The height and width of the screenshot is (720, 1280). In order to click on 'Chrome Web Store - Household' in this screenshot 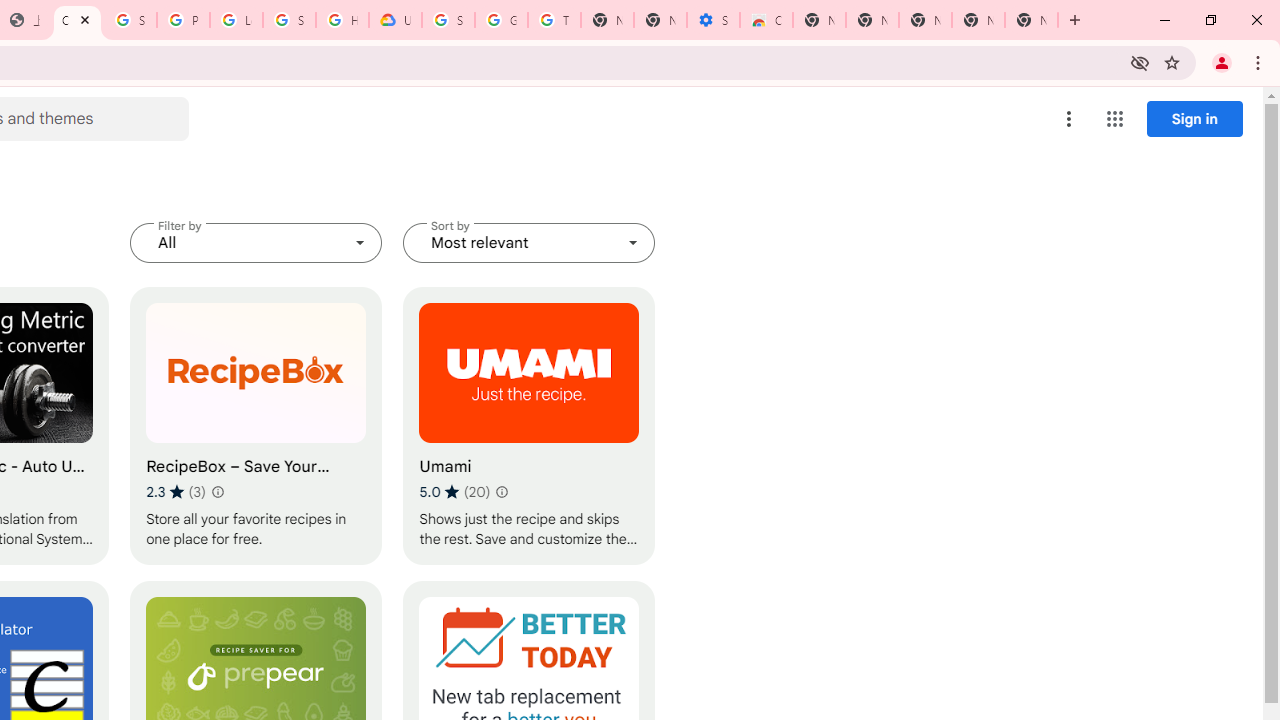, I will do `click(77, 20)`.